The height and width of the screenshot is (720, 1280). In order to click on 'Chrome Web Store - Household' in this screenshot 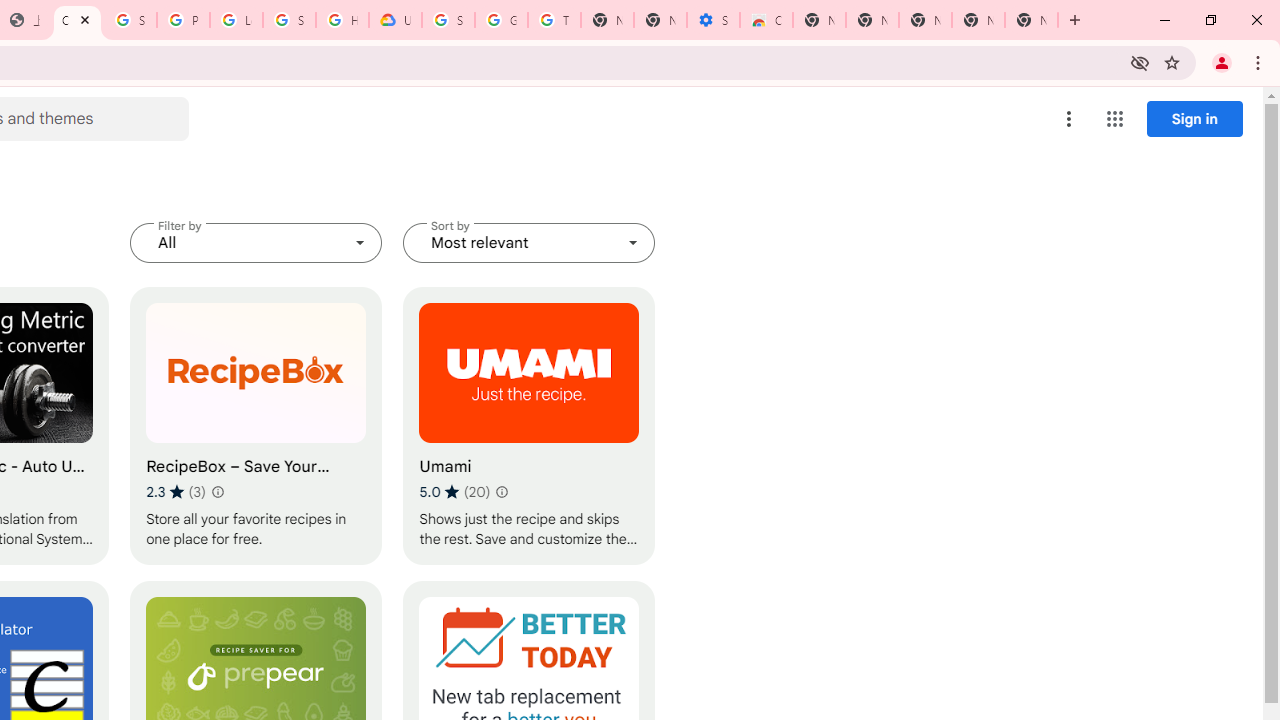, I will do `click(77, 20)`.